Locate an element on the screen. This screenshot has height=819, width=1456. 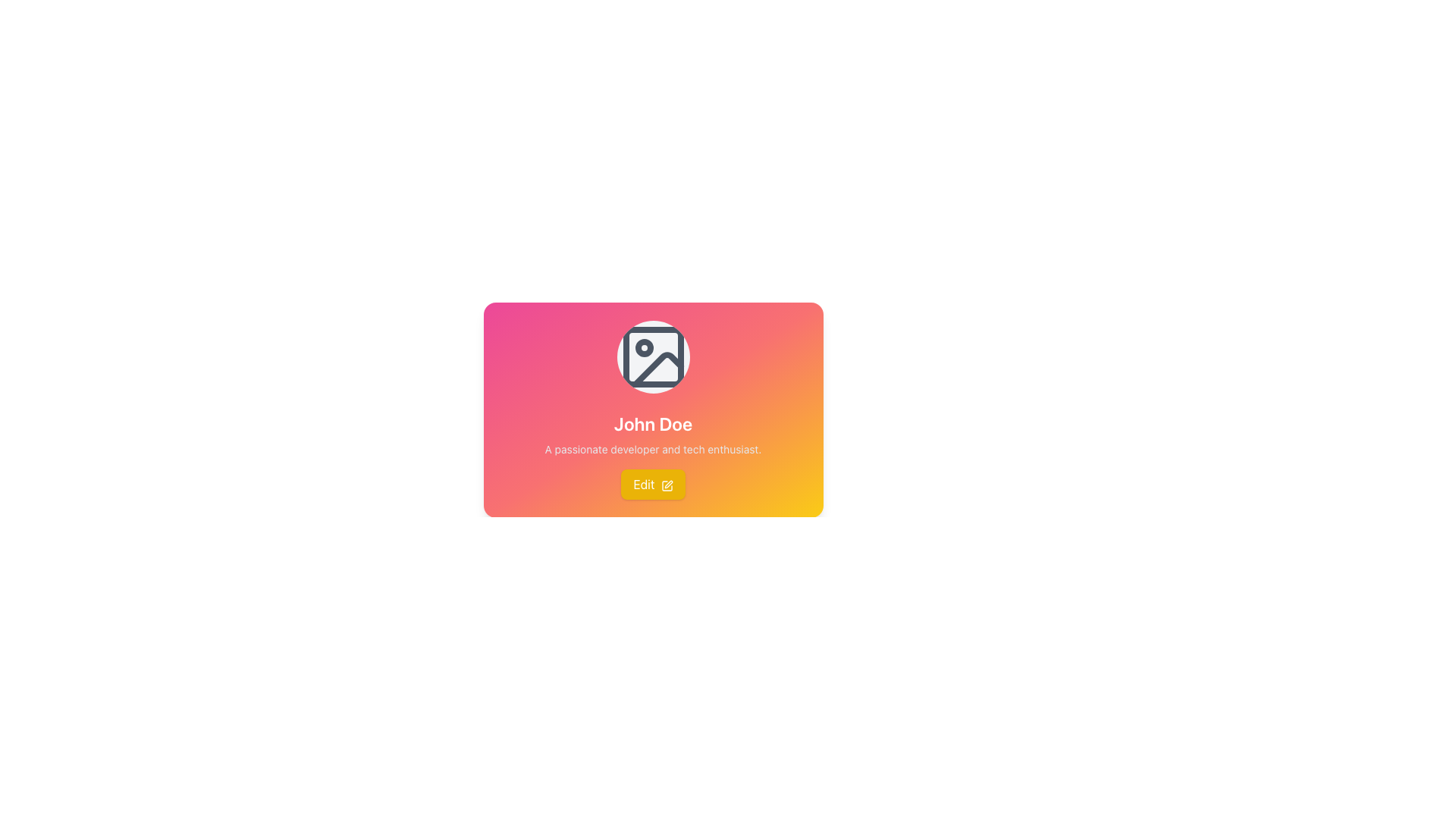
the yellow 'Edit' button with rounded corners, which contains white text and a pen icon, to change its color is located at coordinates (653, 485).